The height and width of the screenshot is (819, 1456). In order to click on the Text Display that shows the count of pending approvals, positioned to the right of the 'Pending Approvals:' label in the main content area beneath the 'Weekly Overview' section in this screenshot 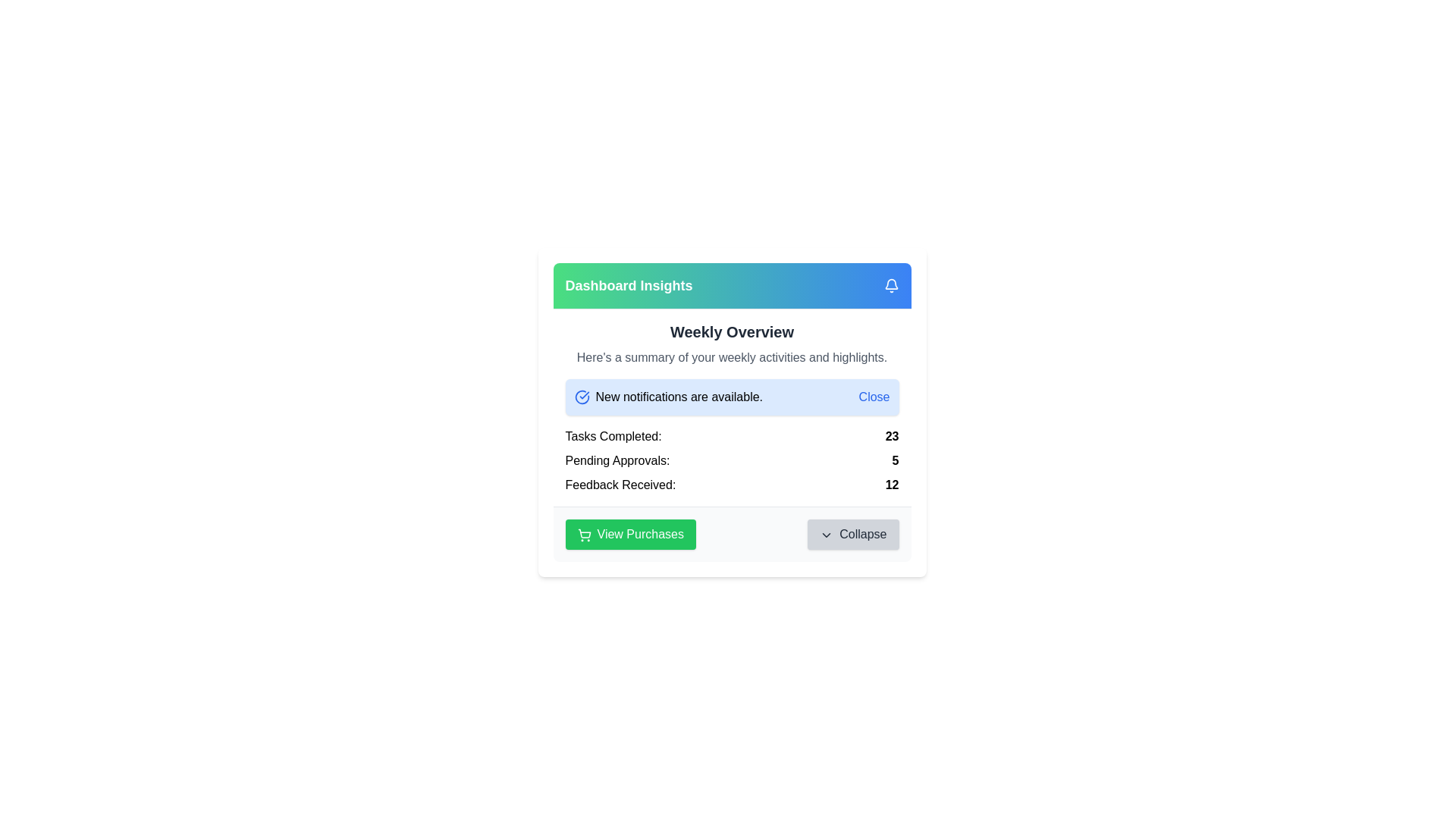, I will do `click(895, 460)`.